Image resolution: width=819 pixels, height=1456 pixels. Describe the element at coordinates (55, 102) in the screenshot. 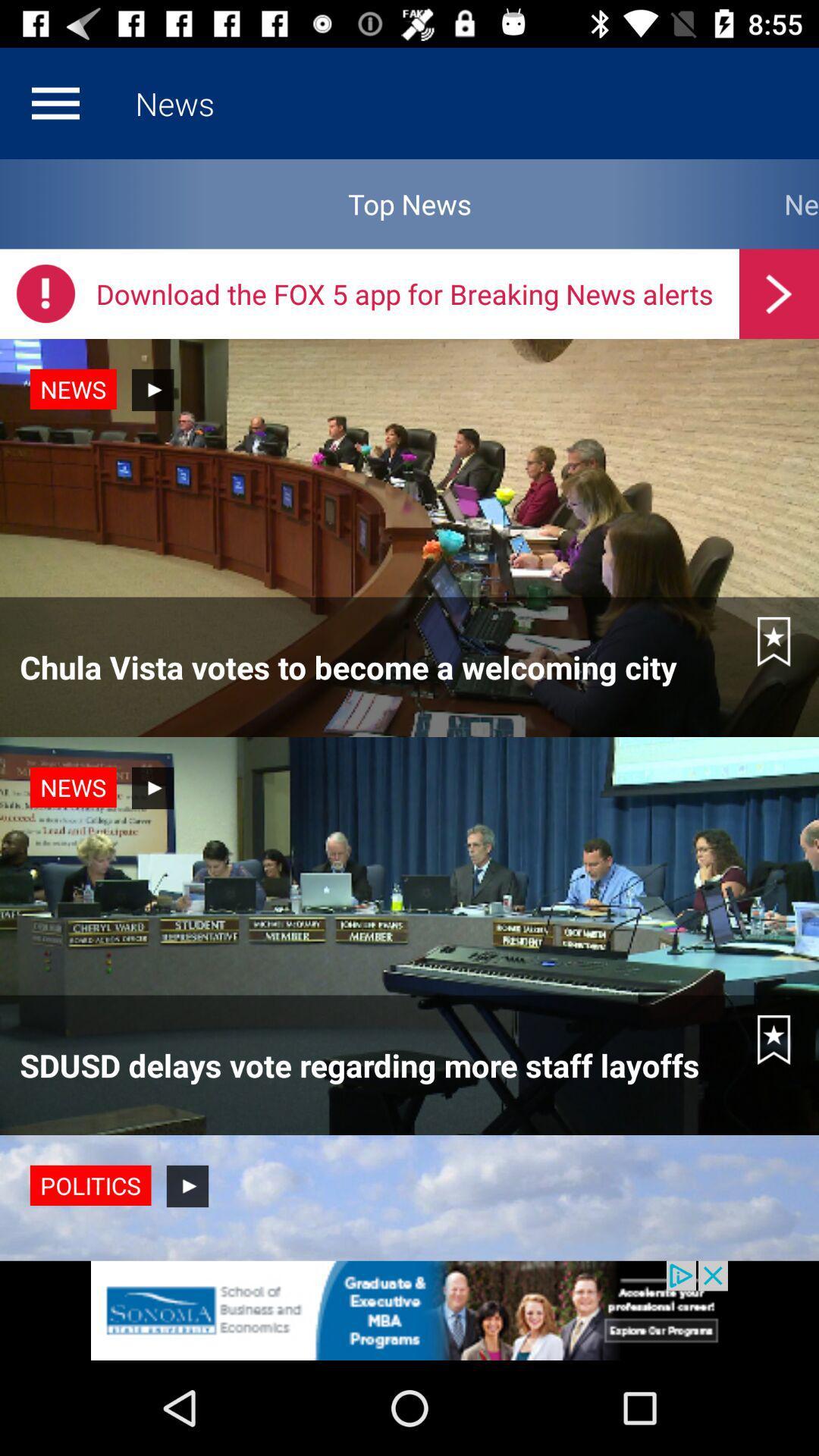

I see `open menu` at that location.